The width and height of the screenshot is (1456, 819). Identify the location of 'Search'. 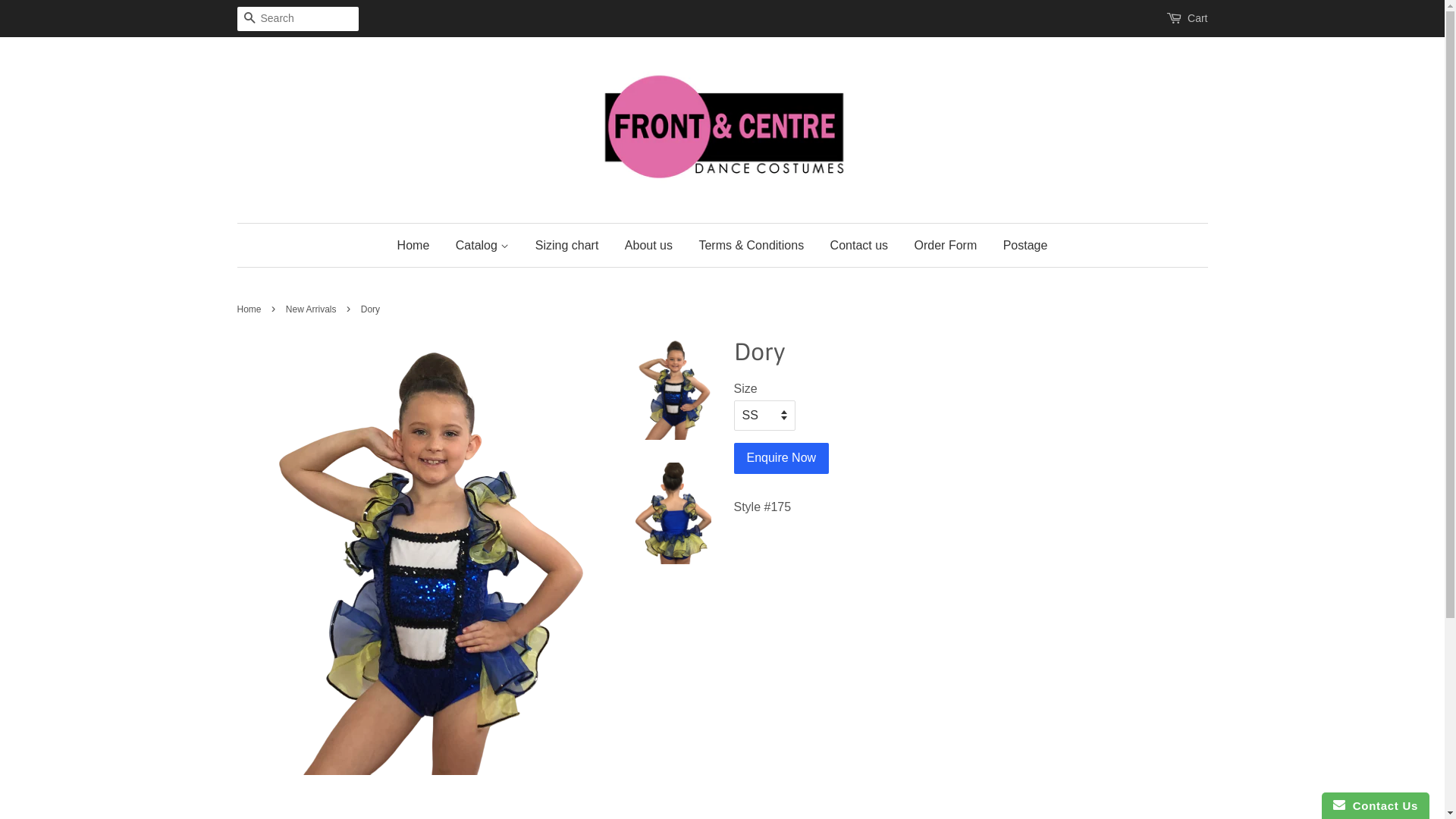
(236, 19).